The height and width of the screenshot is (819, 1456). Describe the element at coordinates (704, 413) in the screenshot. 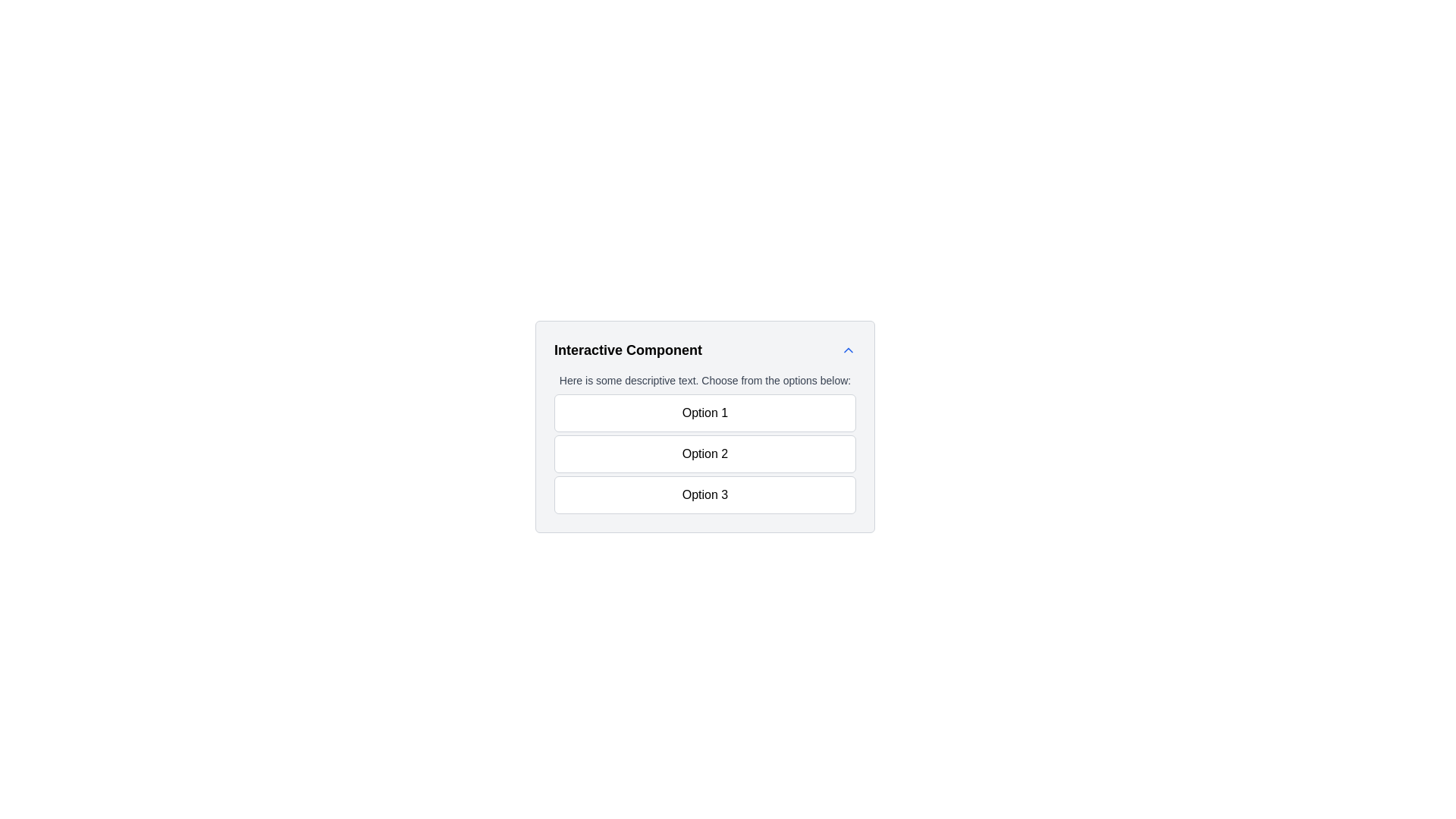

I see `the button labeled 'Option 1', which is the first button in a vertical stack of three buttons, to trigger a hover state` at that location.